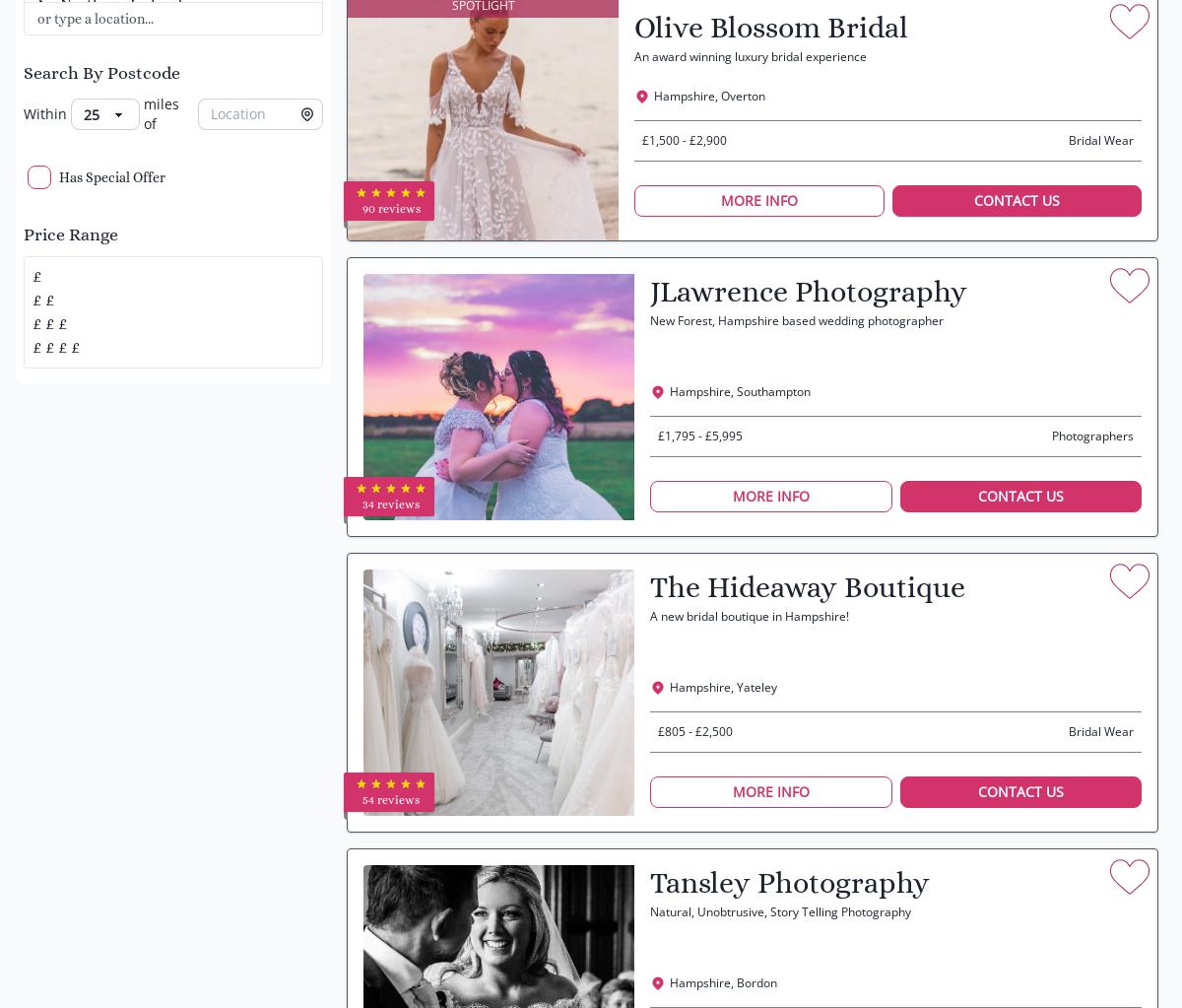 The width and height of the screenshot is (1182, 1008). What do you see at coordinates (136, 116) in the screenshot?
I see `'Weddings Abroad & Honeymoons'` at bounding box center [136, 116].